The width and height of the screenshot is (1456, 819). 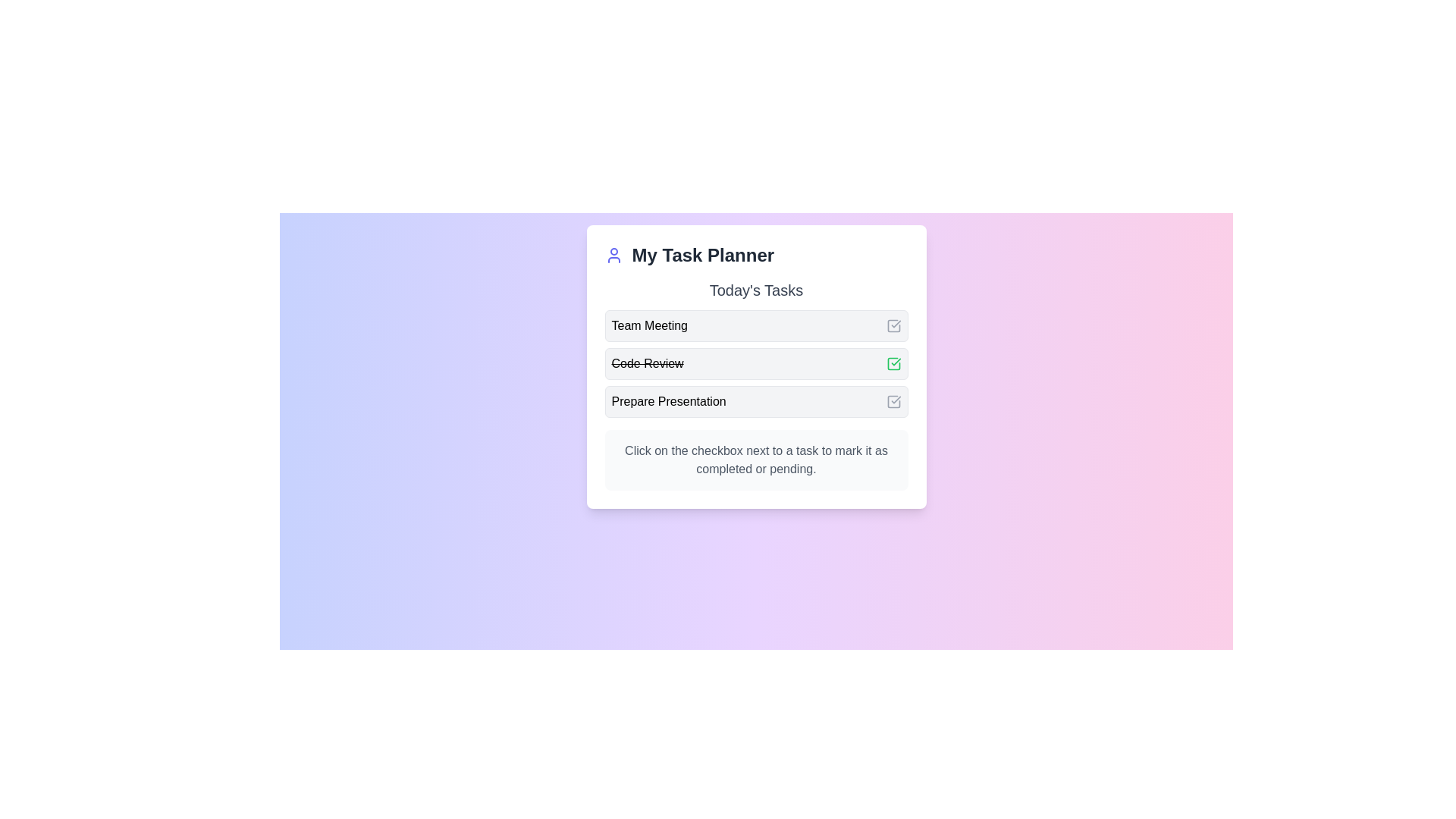 I want to click on the checkboxes next to 'Team Meeting', 'Code Review', and 'Prepare Presentation' in the 'My Task Planner' section to mark these tasks as completed, so click(x=756, y=366).